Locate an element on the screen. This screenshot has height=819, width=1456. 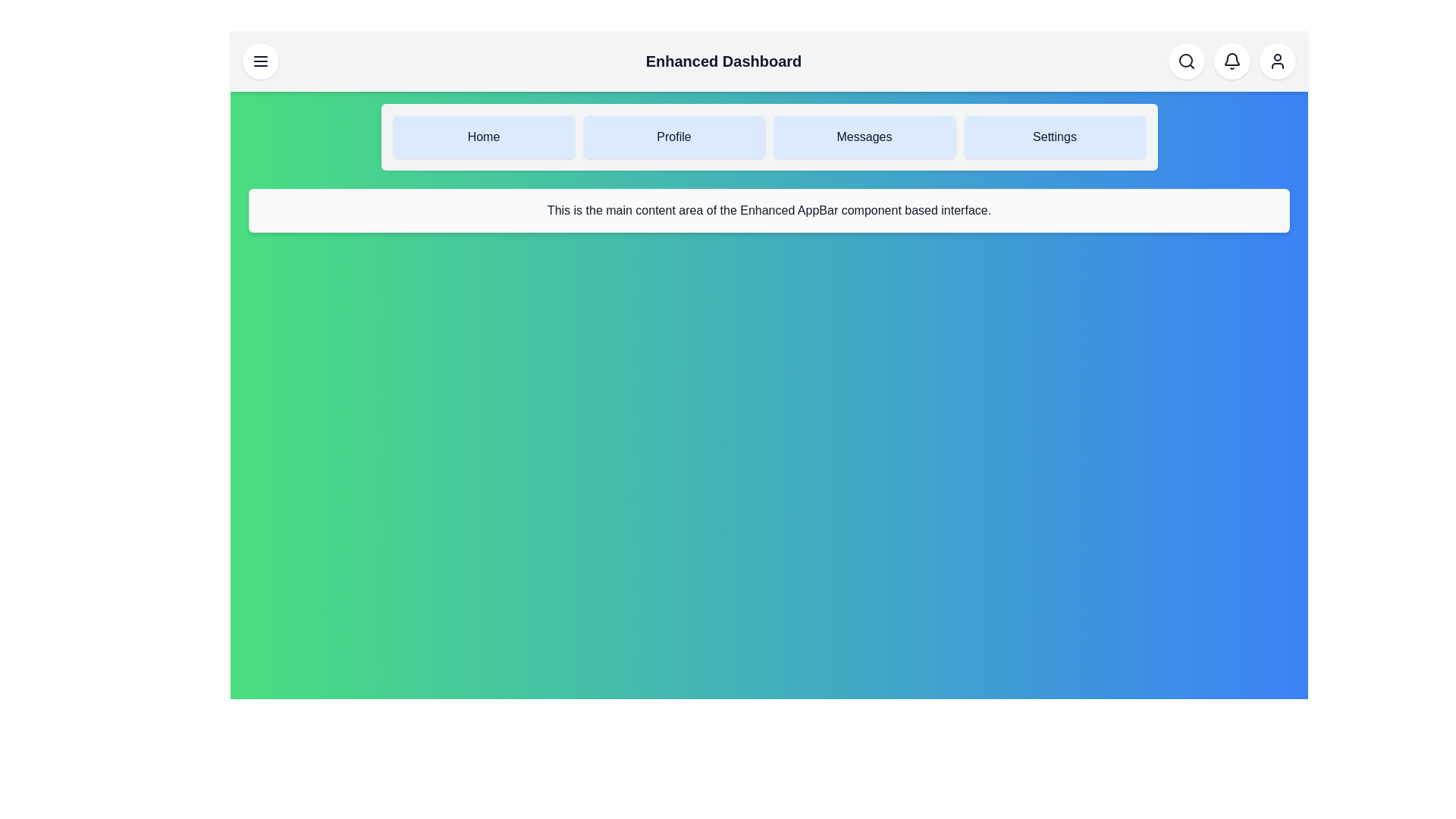
the menu toggle button to toggle the menu visibility is located at coordinates (261, 61).